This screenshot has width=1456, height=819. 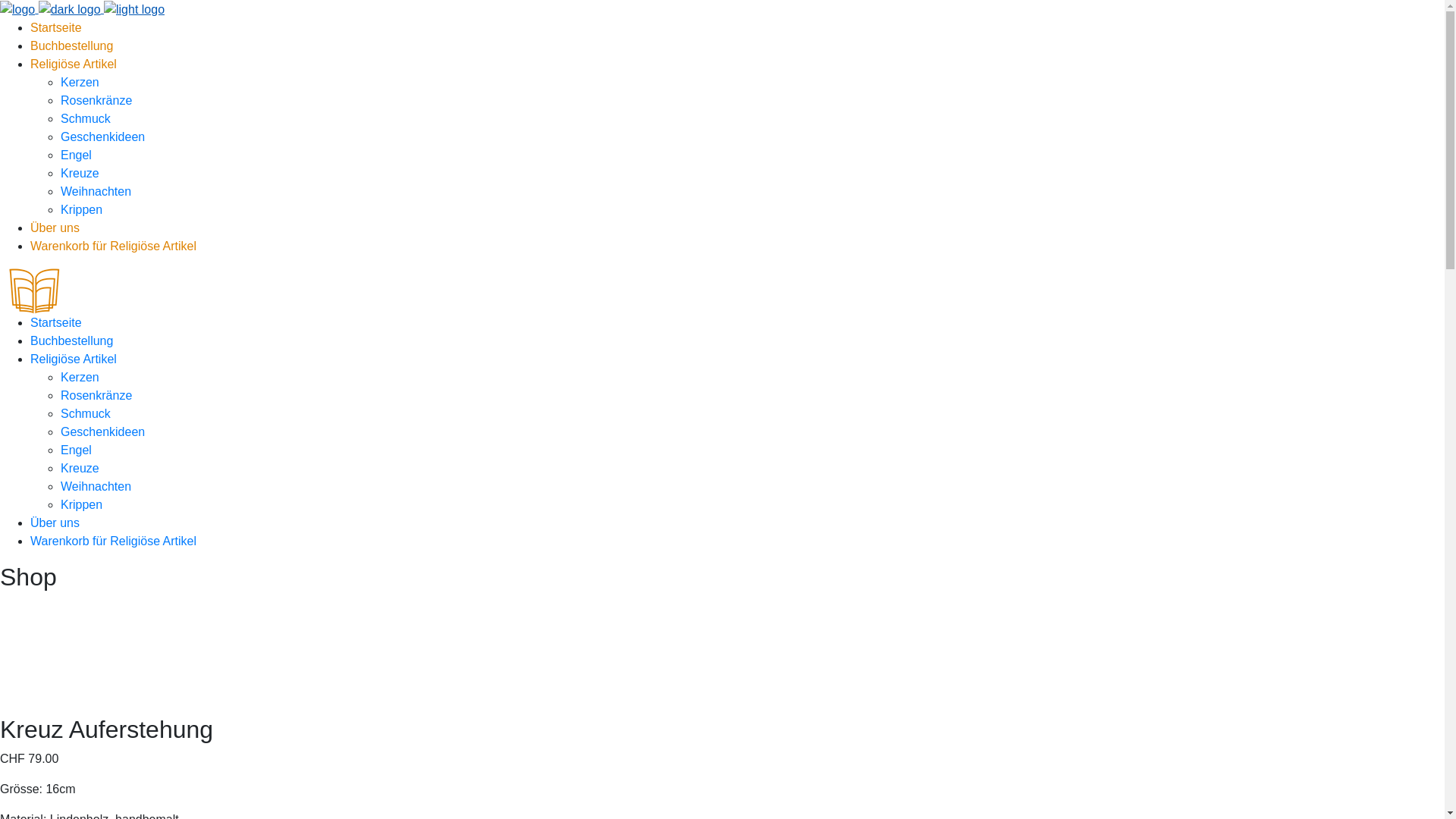 I want to click on 'Weihnachten', so click(x=95, y=486).